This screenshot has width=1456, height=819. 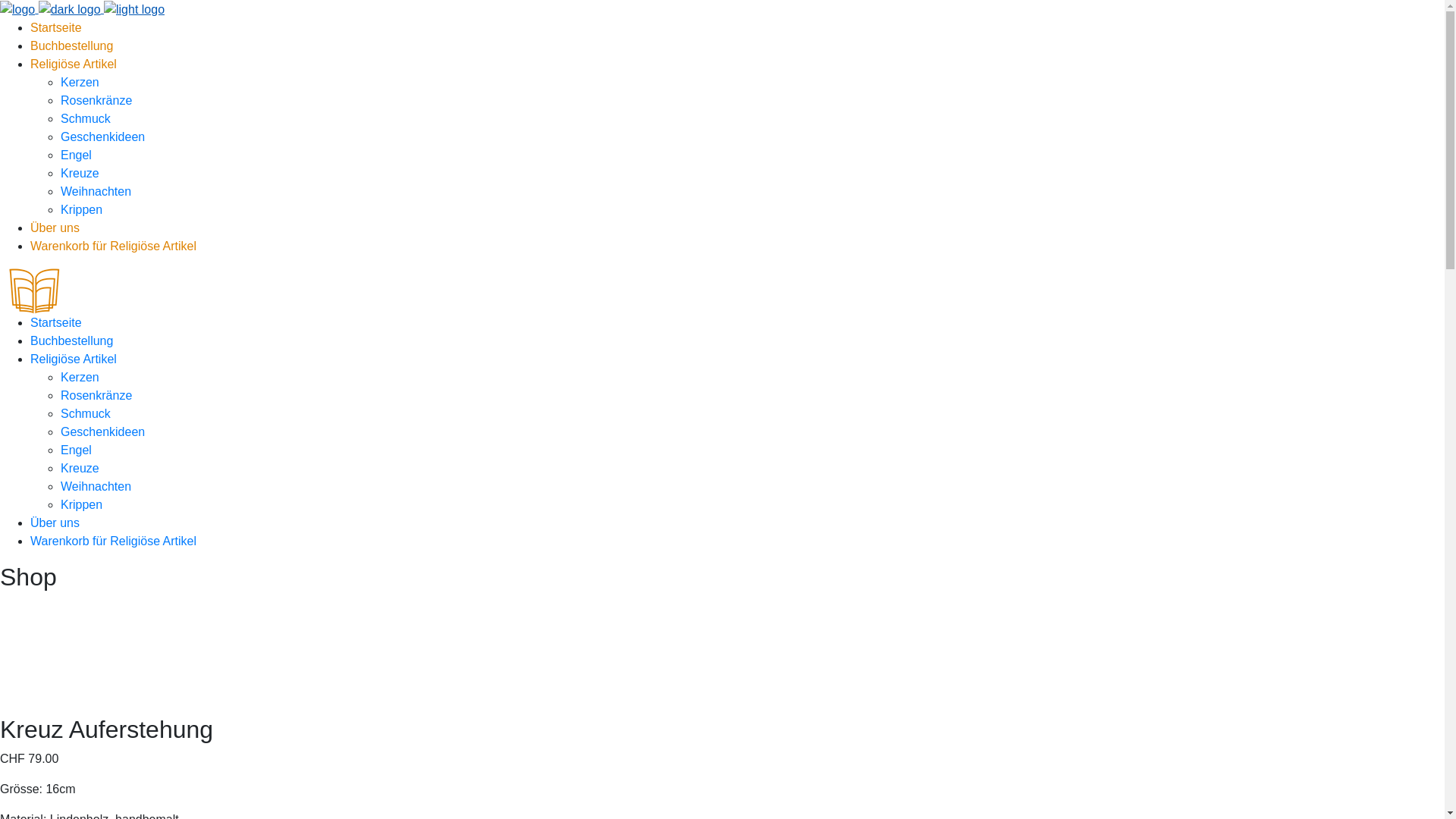 I want to click on 'Weihnachten', so click(x=95, y=486).